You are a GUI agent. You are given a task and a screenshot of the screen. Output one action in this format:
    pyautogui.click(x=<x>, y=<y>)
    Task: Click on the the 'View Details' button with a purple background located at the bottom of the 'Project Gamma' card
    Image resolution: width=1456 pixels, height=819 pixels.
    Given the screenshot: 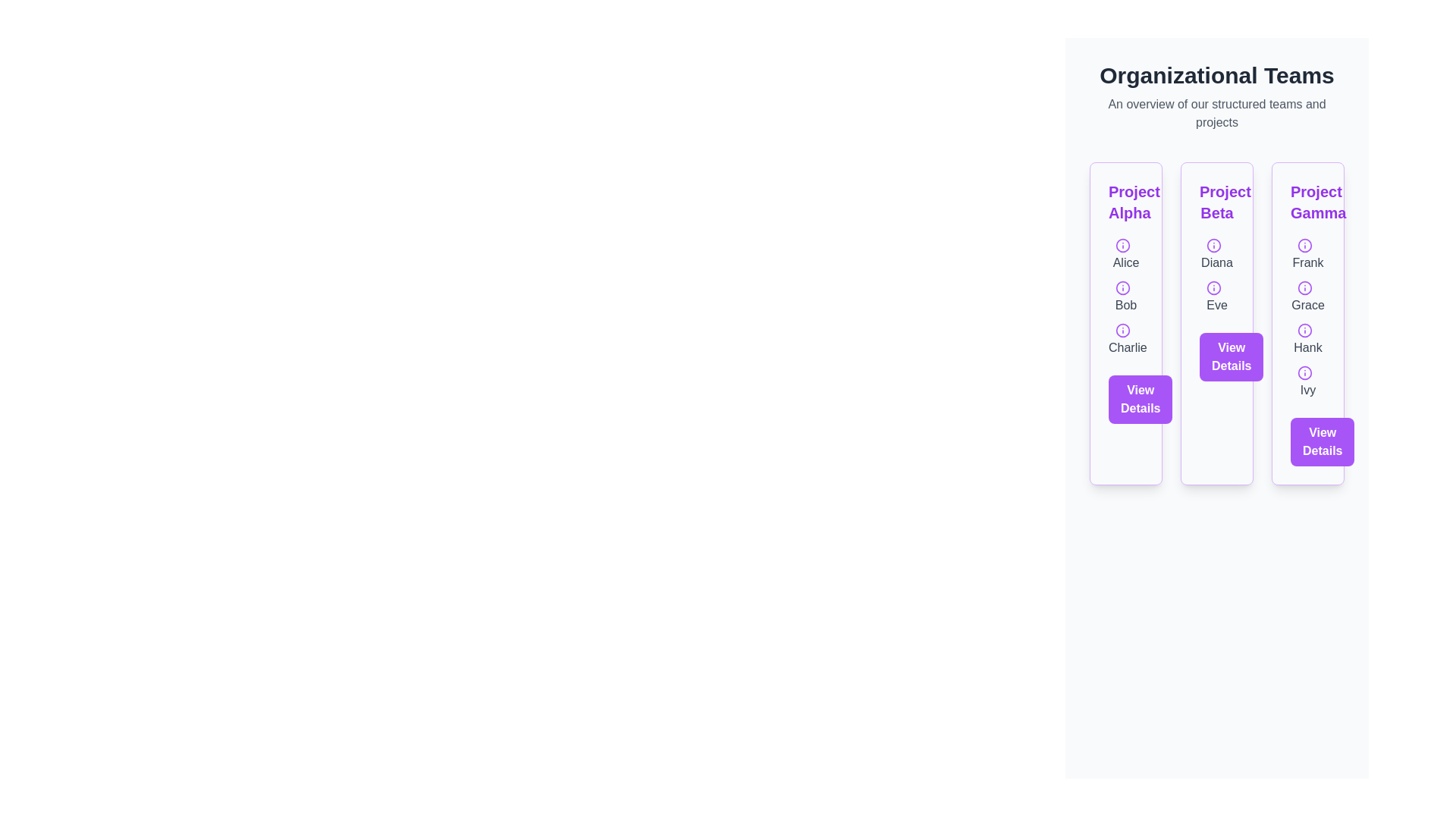 What is the action you would take?
    pyautogui.click(x=1322, y=441)
    